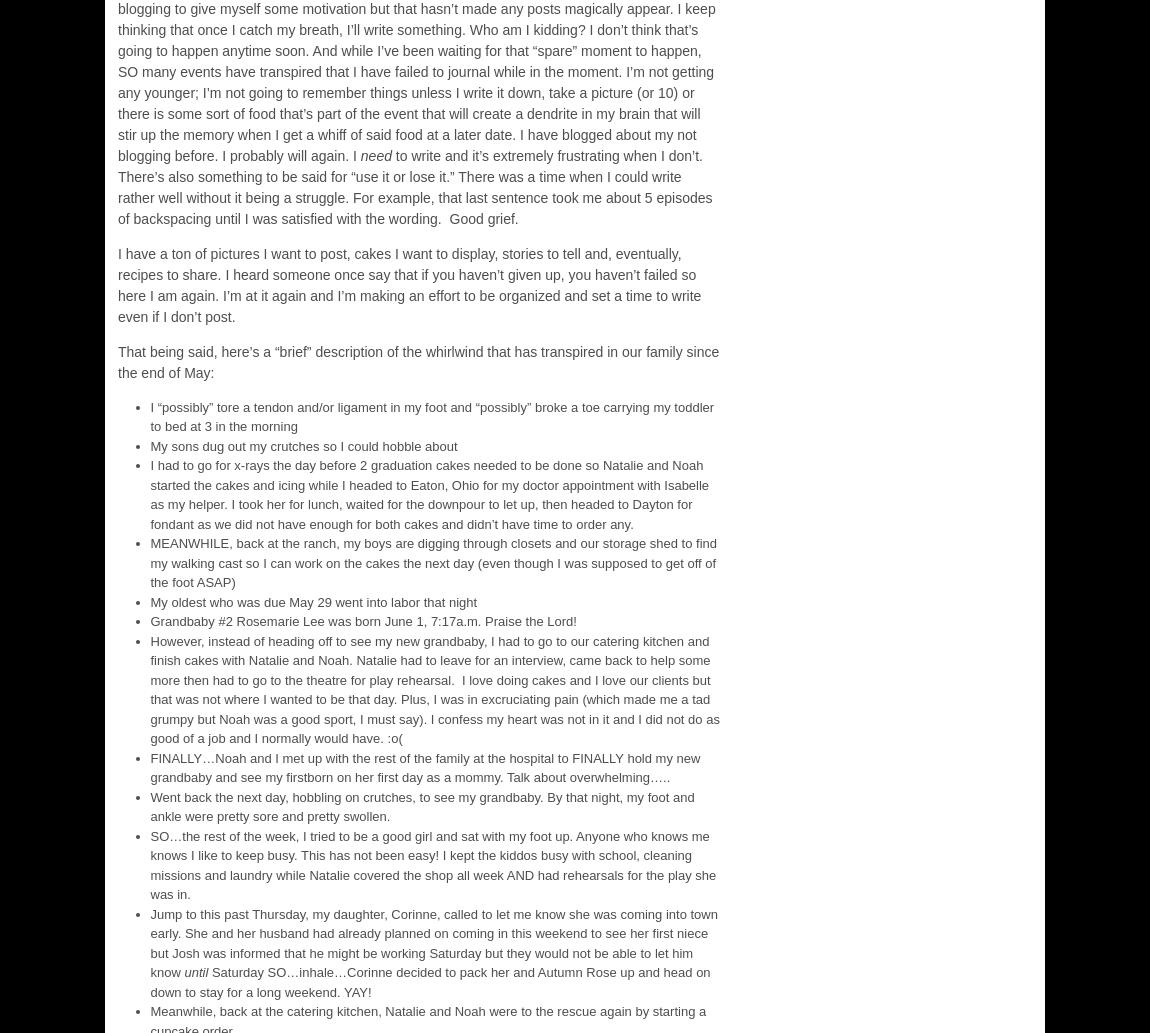 The width and height of the screenshot is (1150, 1033). Describe the element at coordinates (194, 971) in the screenshot. I see `'until'` at that location.